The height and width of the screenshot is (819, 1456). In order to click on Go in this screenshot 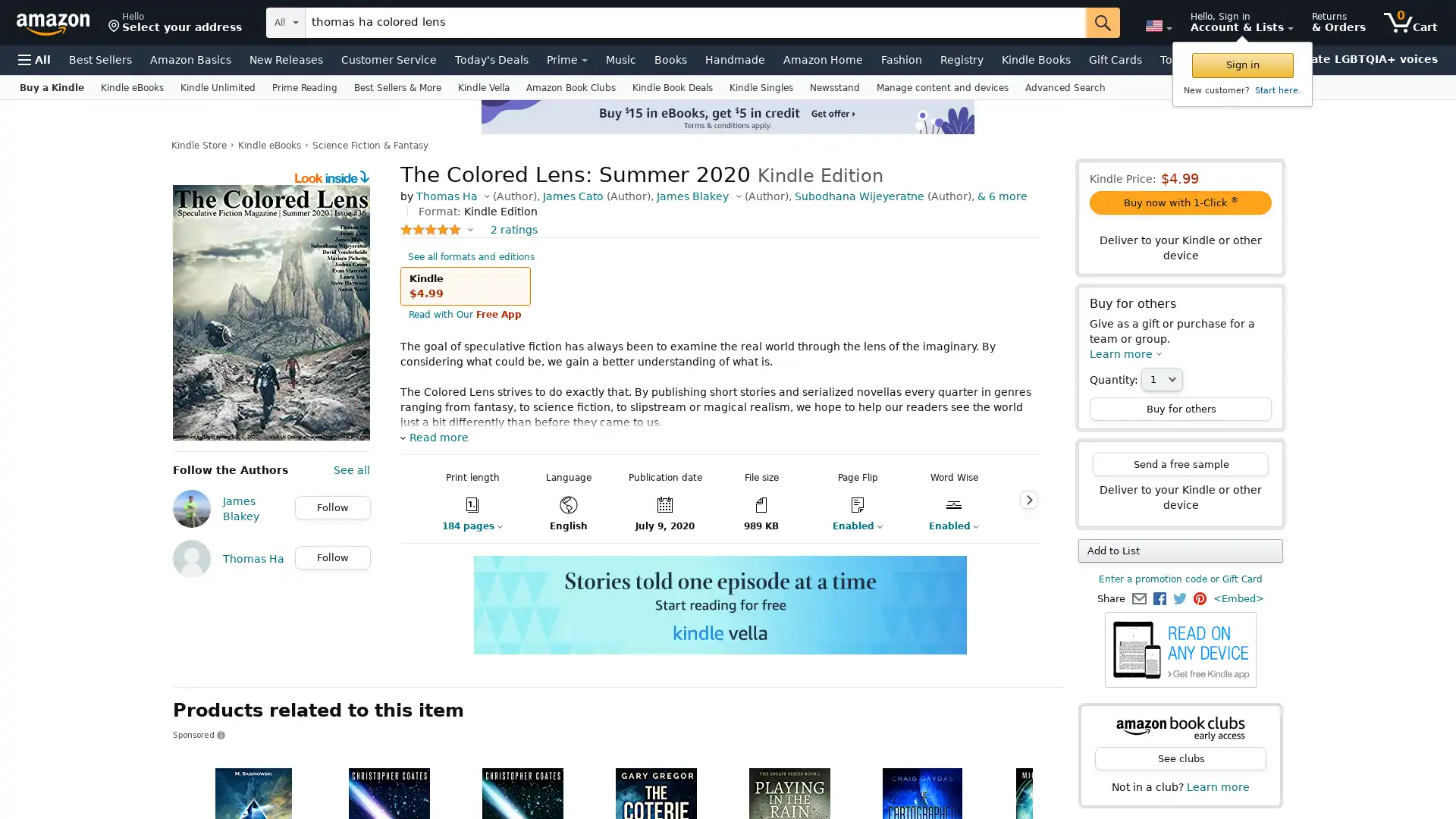, I will do `click(1103, 23)`.